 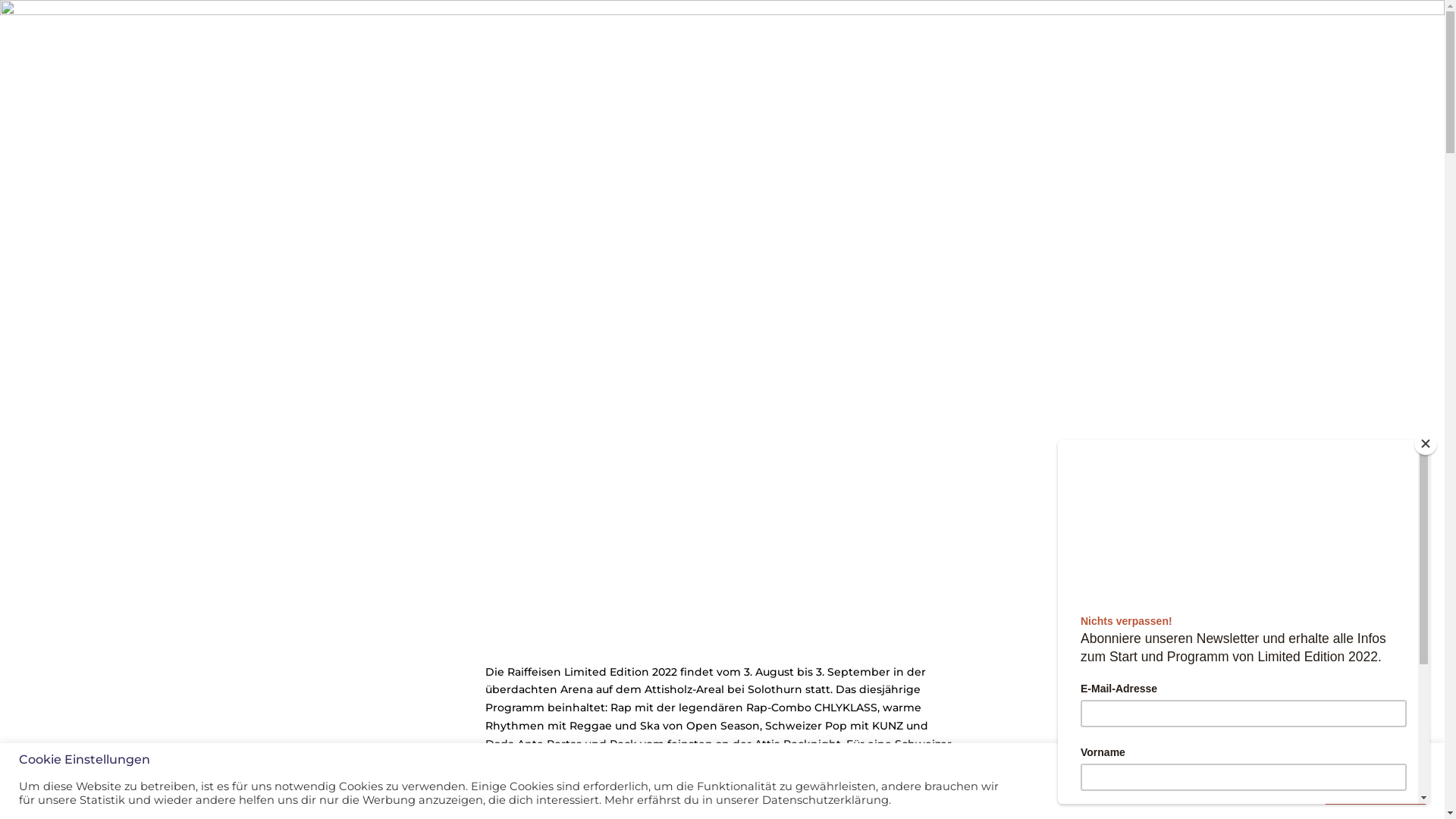 I want to click on 'Alle Akzeptieren', so click(x=1376, y=792).